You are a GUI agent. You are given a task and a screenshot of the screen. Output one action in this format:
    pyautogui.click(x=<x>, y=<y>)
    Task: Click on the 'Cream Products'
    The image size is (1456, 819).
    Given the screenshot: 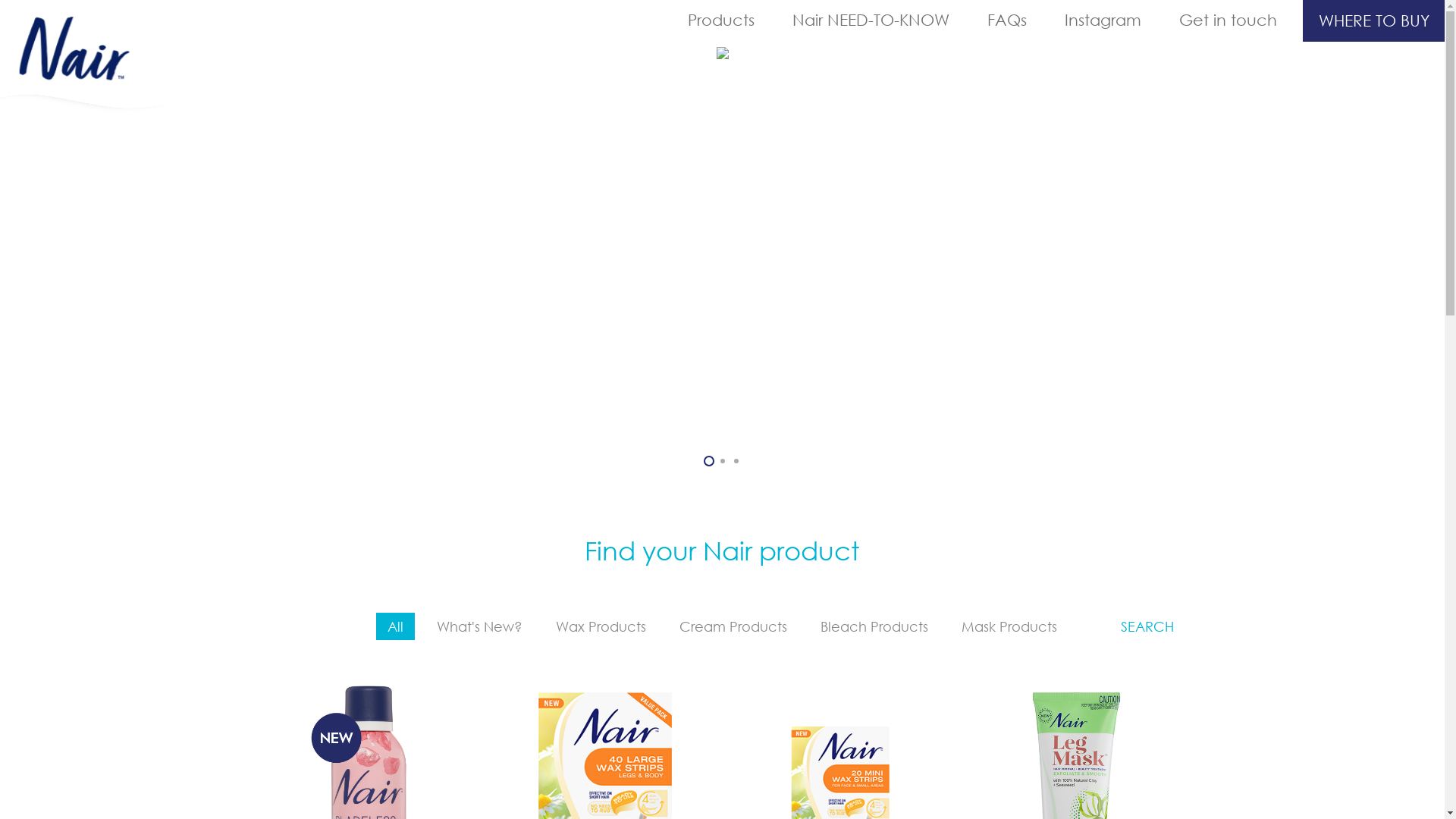 What is the action you would take?
    pyautogui.click(x=733, y=626)
    